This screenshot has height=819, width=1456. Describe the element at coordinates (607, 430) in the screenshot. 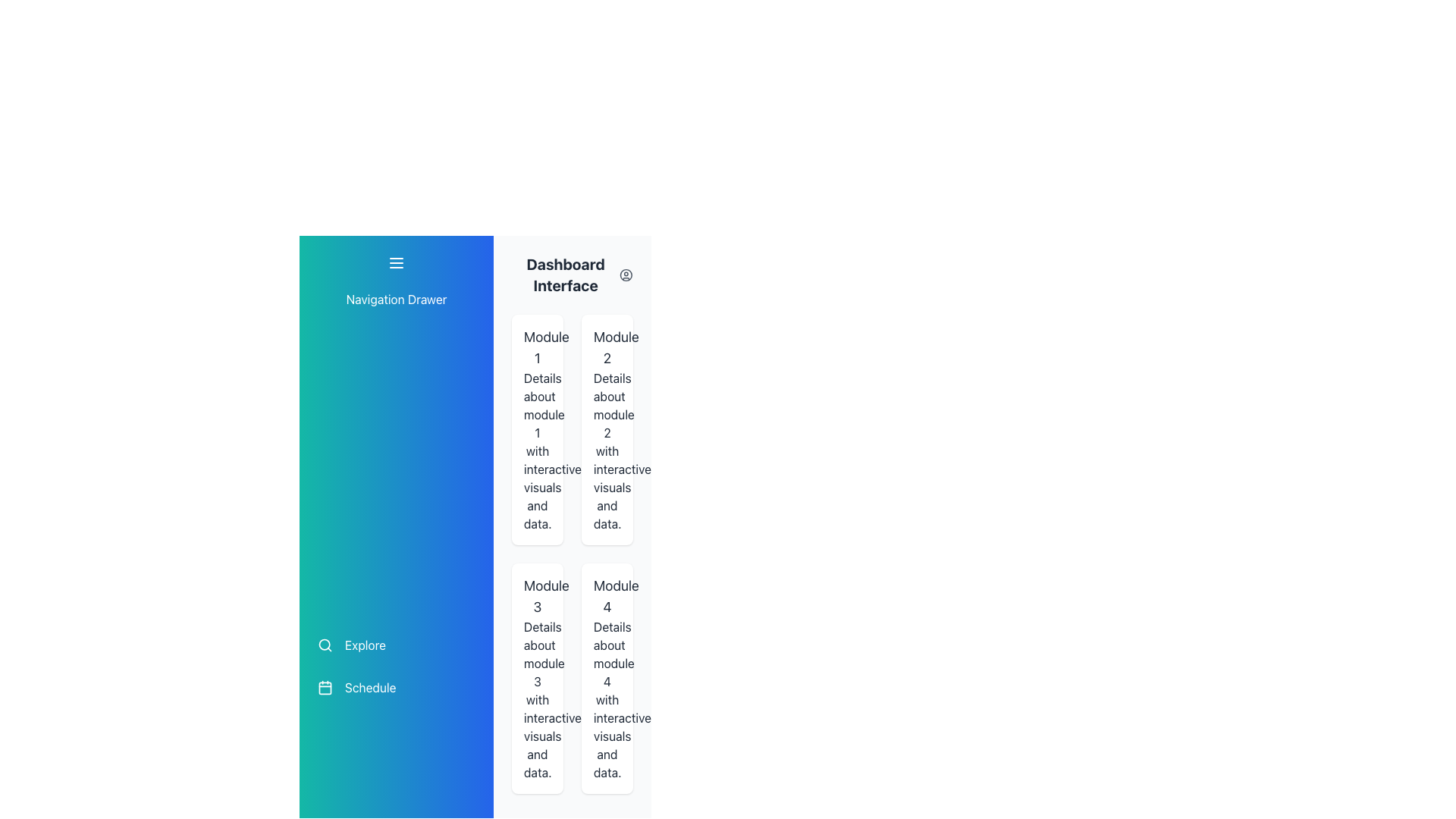

I see `the Informational Card for 'Module 2' located in the second column under 'Dashboard Interface'` at that location.